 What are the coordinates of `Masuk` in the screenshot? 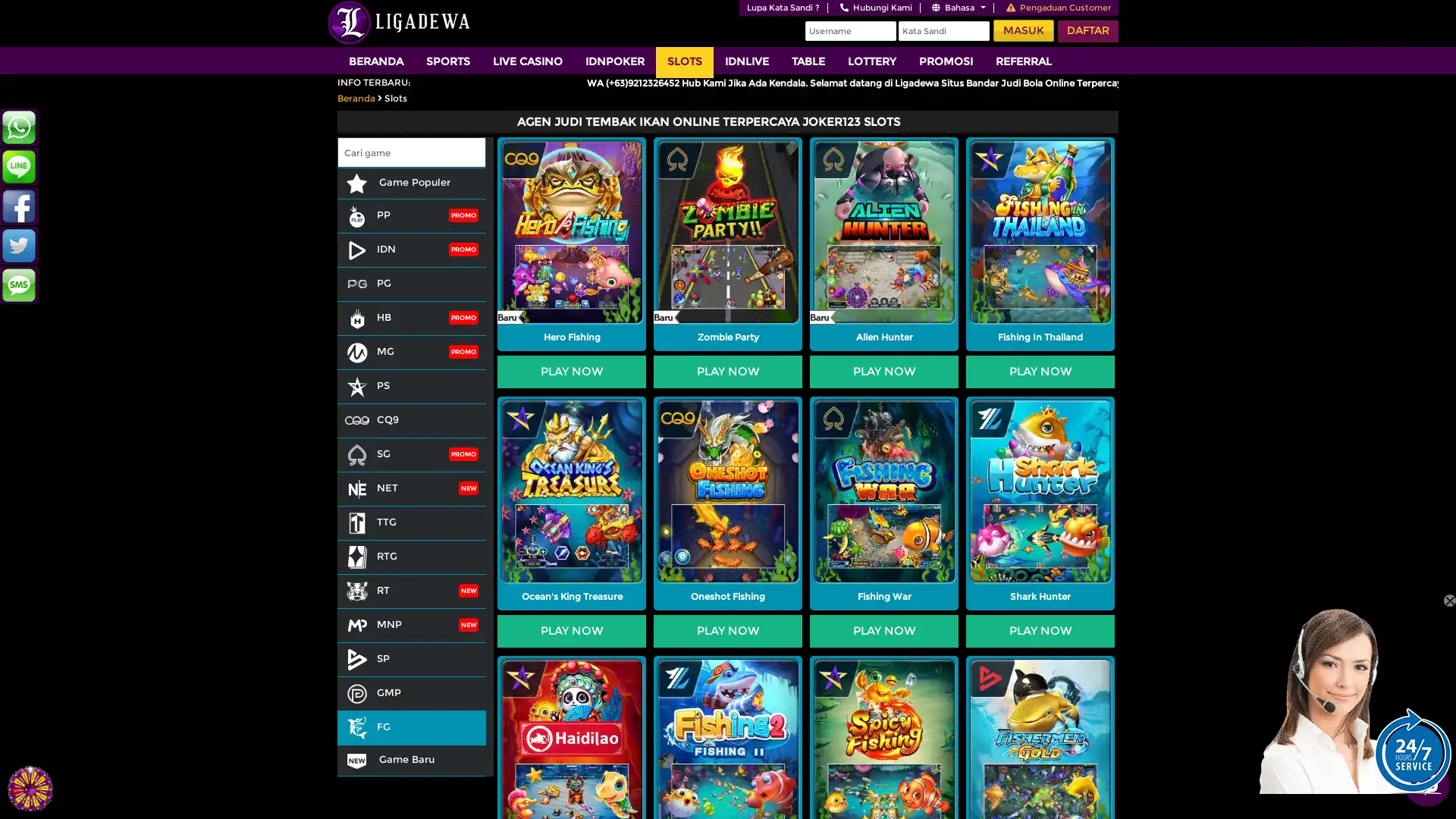 It's located at (1023, 30).